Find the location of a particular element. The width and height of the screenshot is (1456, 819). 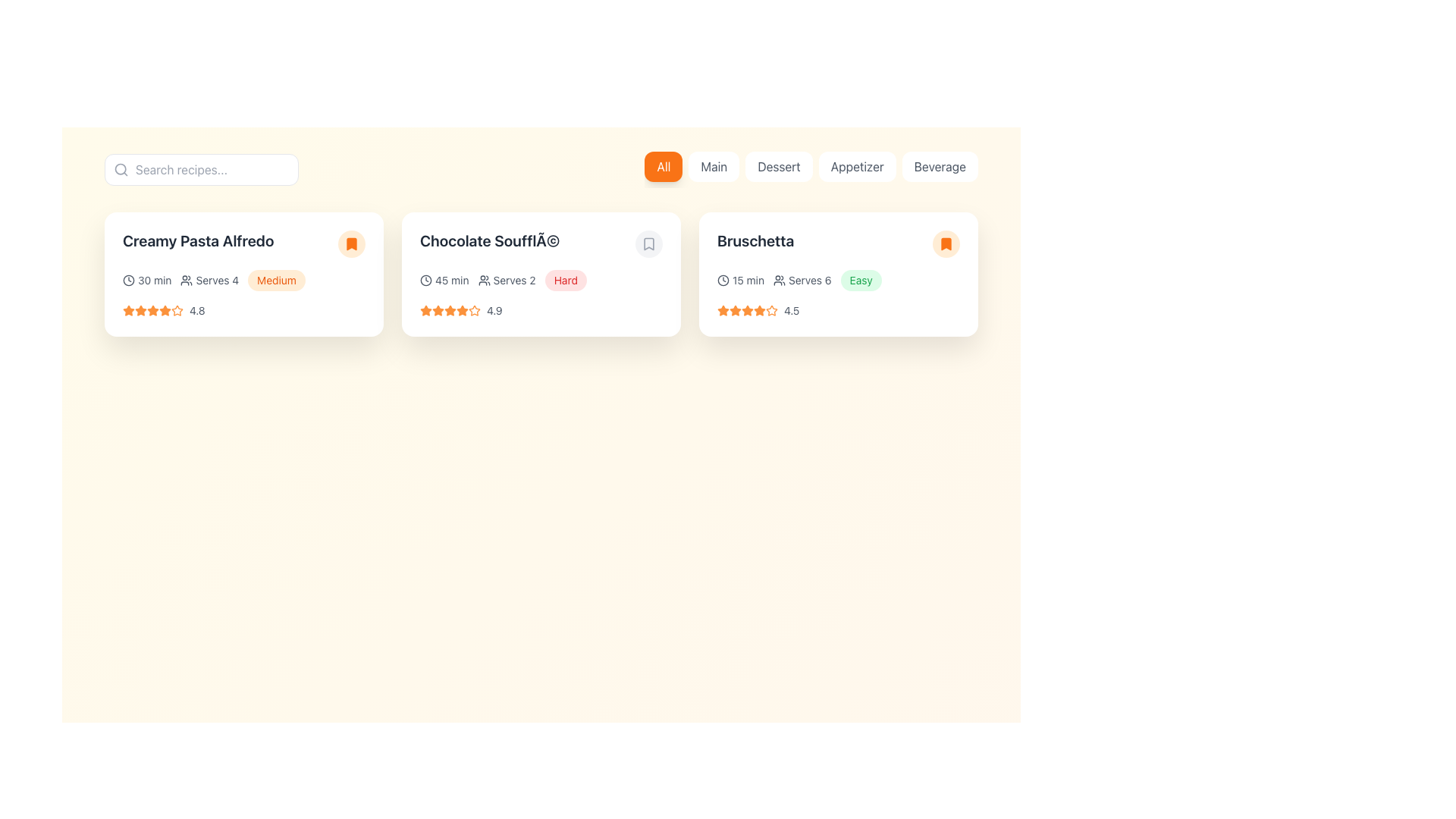

the difficulty level label indicating the preparation challenge for the 'Bruschetta' recipe, located in the middle-right of the card, slightly above the center is located at coordinates (861, 280).